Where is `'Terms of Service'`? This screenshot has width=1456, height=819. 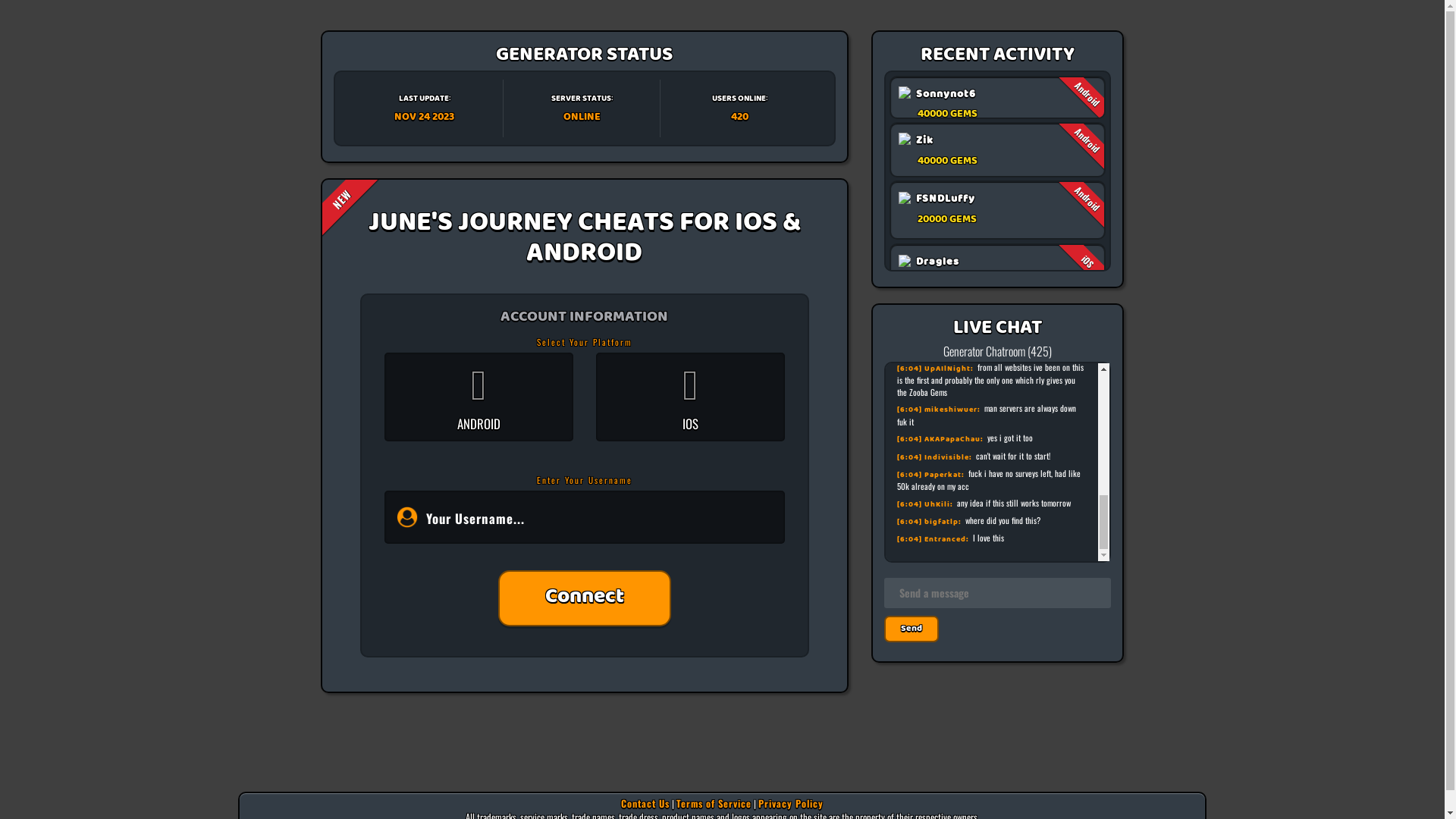 'Terms of Service' is located at coordinates (713, 802).